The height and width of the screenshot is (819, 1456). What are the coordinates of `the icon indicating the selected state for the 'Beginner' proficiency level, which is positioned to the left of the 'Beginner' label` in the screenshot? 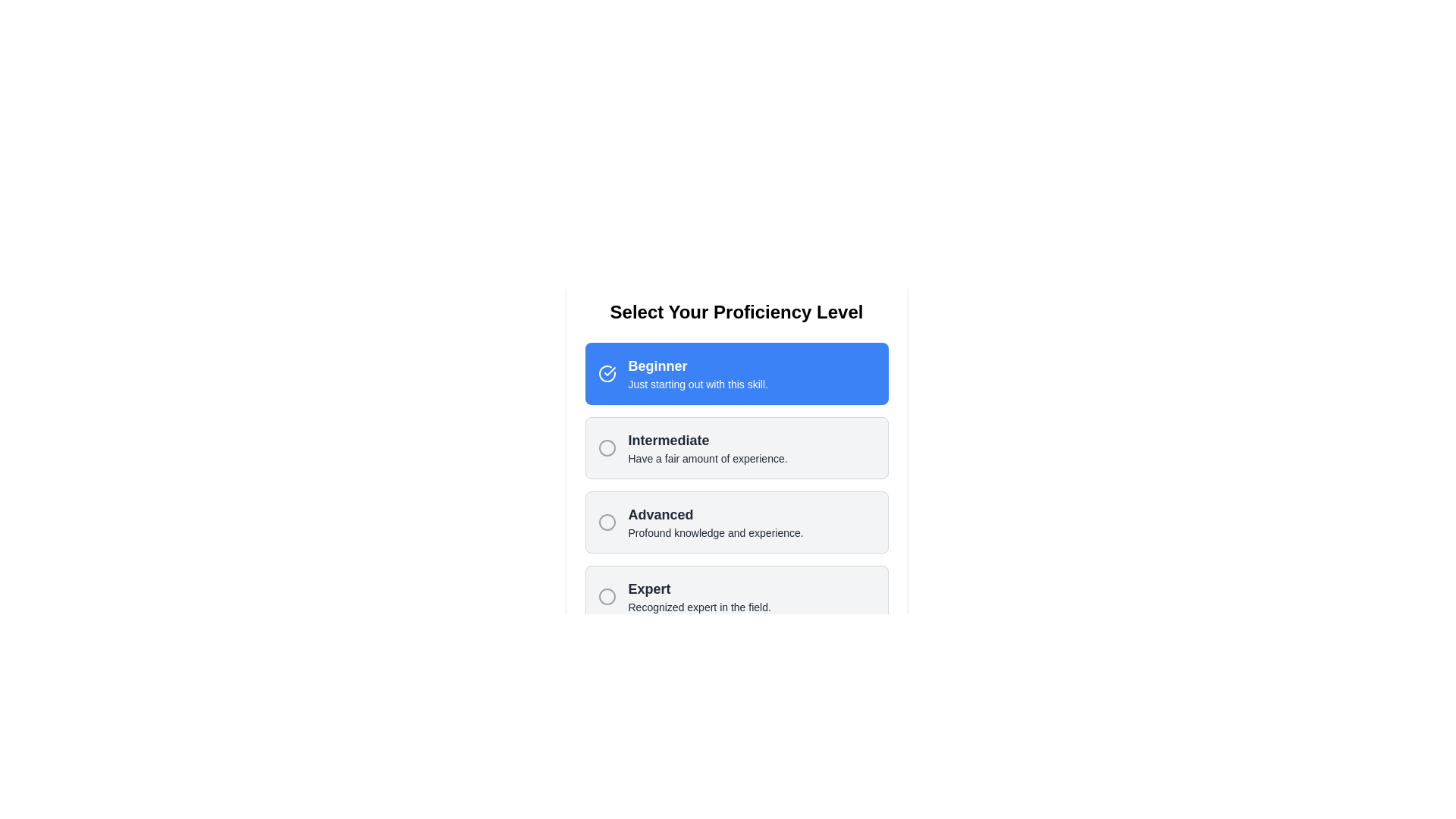 It's located at (607, 374).